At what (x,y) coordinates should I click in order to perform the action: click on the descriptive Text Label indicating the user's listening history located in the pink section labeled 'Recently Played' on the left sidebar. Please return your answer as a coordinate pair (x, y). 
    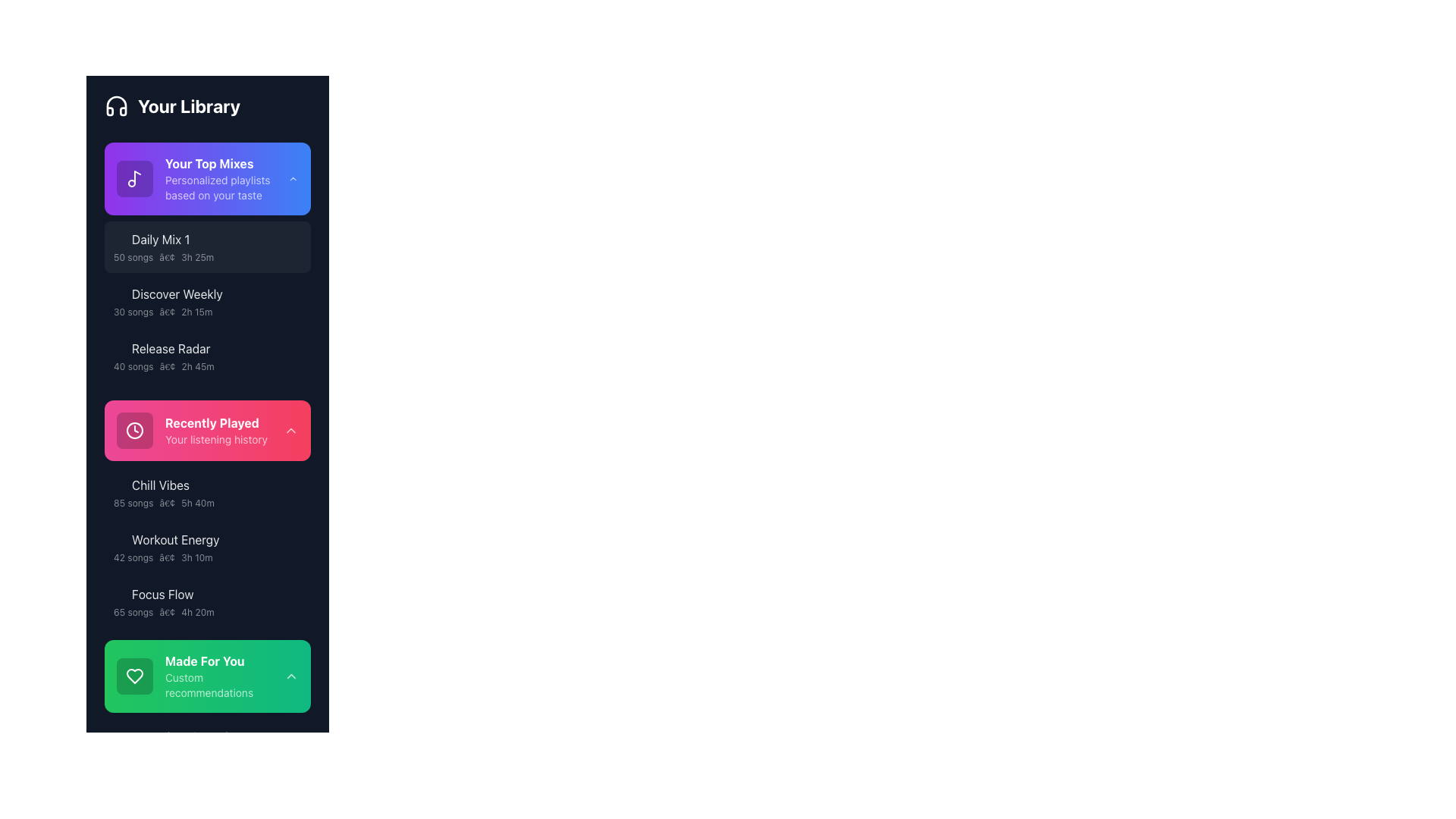
    Looking at the image, I should click on (215, 439).